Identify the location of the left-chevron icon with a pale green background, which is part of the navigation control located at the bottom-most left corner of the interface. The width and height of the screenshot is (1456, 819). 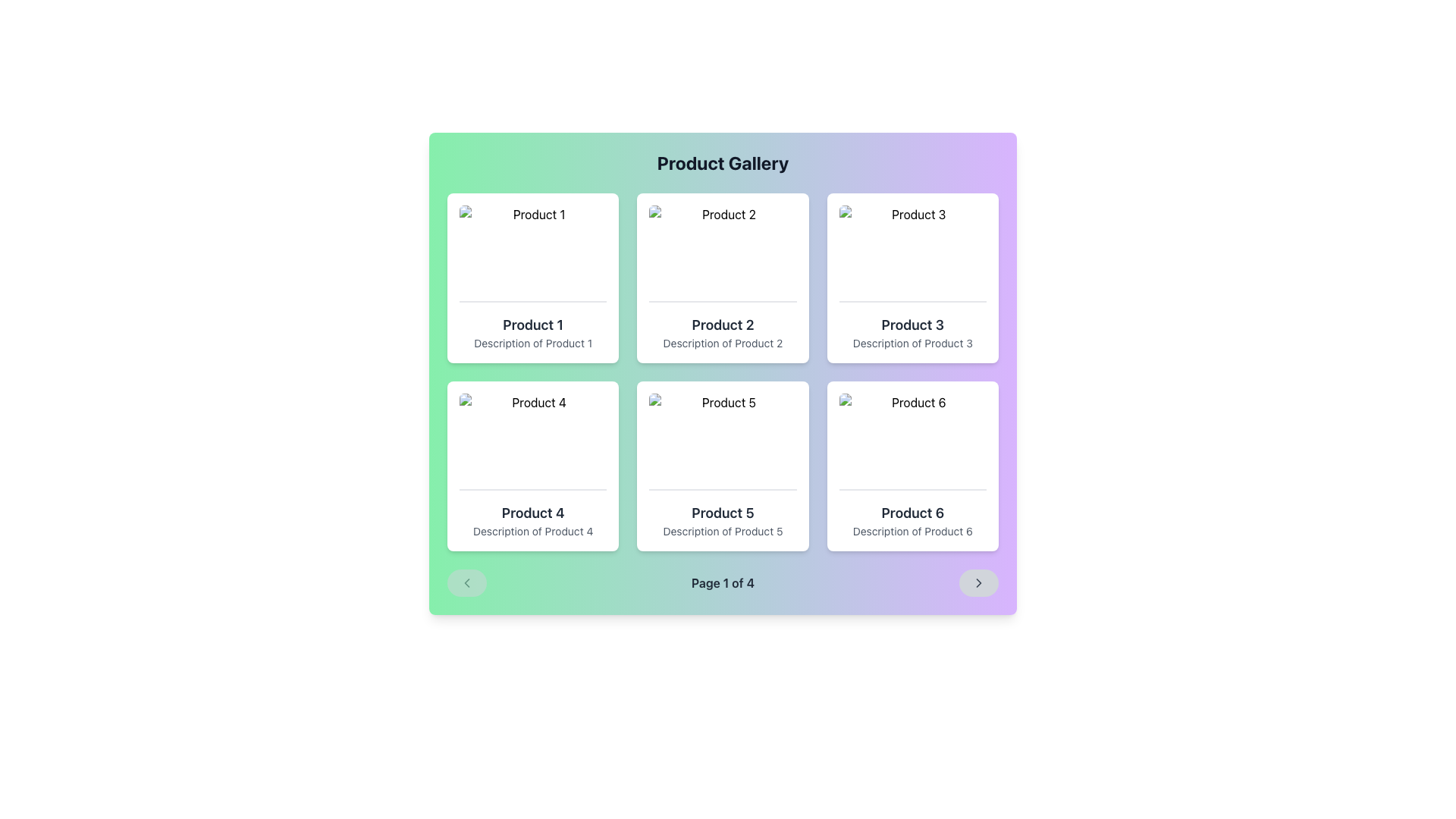
(466, 582).